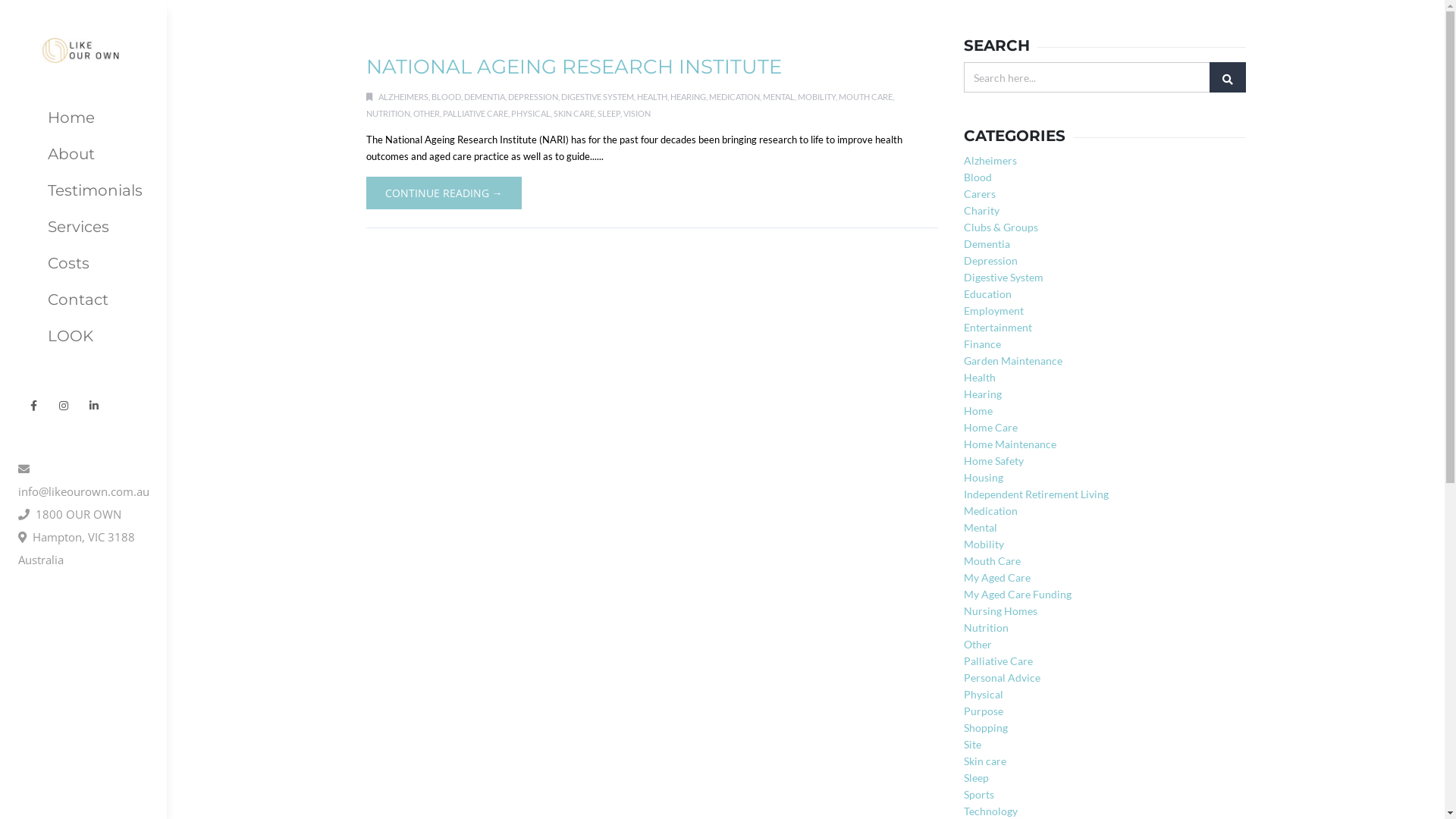 Image resolution: width=1456 pixels, height=819 pixels. Describe the element at coordinates (998, 660) in the screenshot. I see `'Palliative Care'` at that location.